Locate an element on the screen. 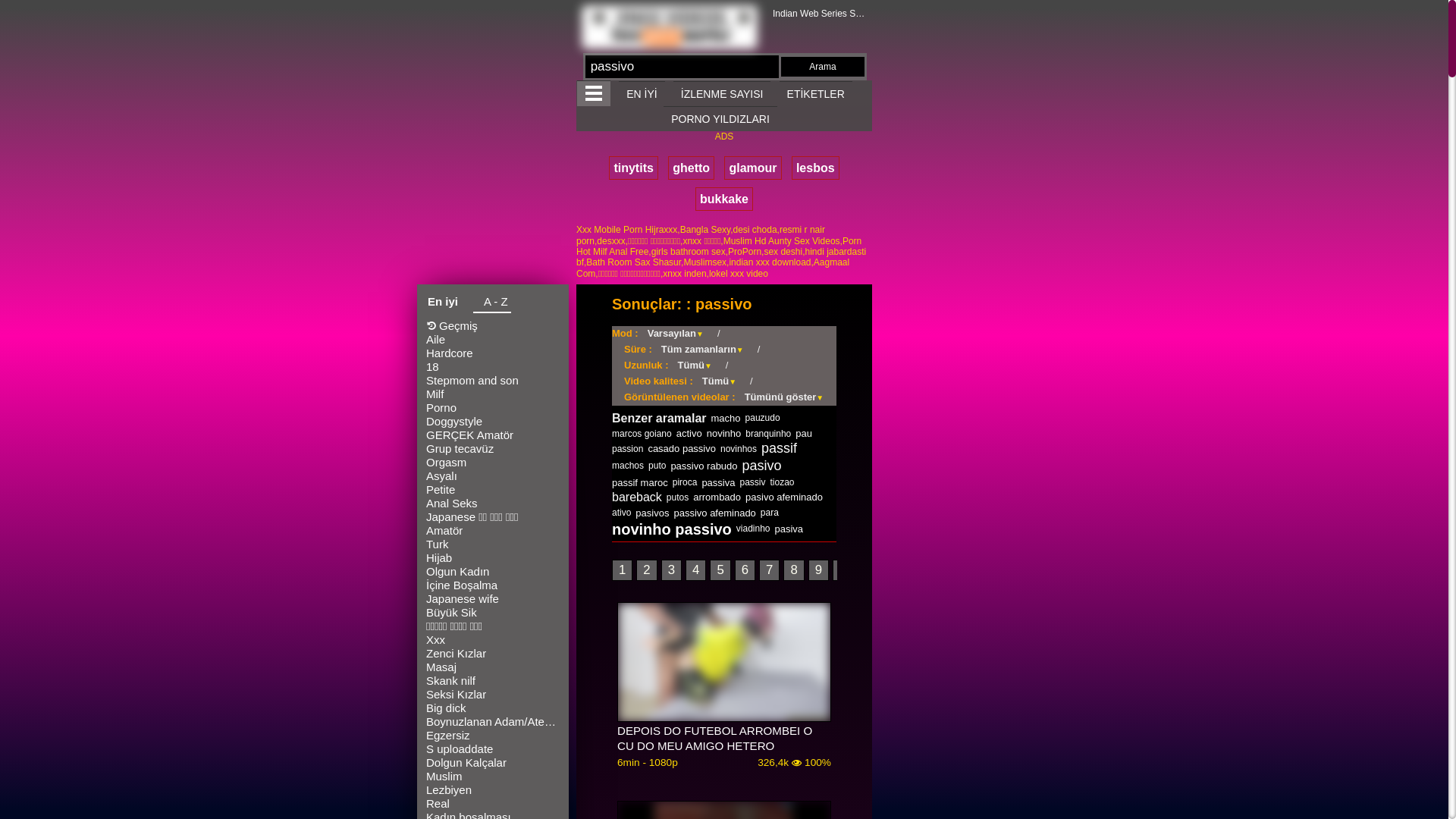 Image resolution: width=1456 pixels, height=819 pixels. '10' is located at coordinates (846, 570).